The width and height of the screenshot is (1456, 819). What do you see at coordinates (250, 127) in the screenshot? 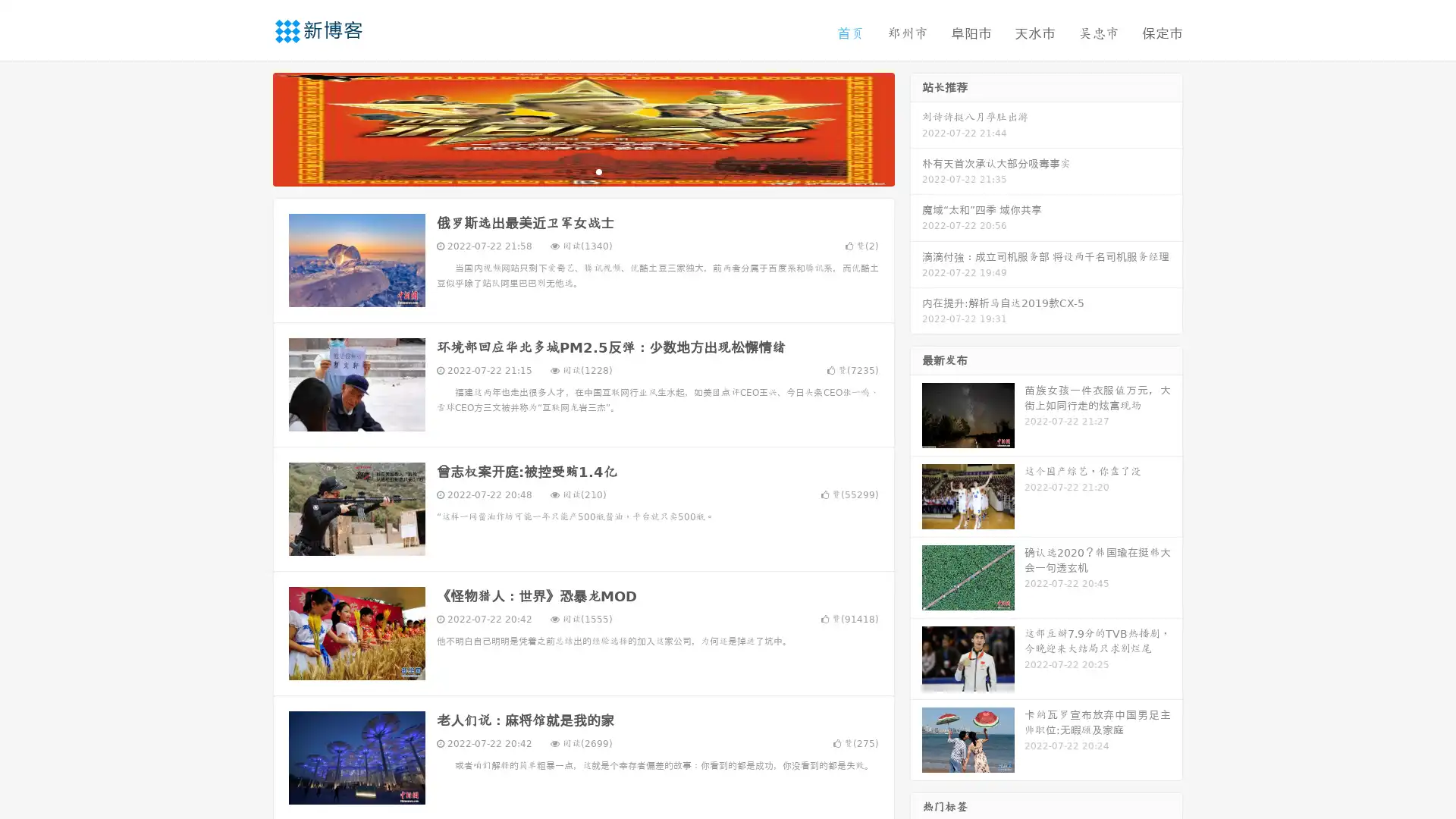
I see `Previous slide` at bounding box center [250, 127].